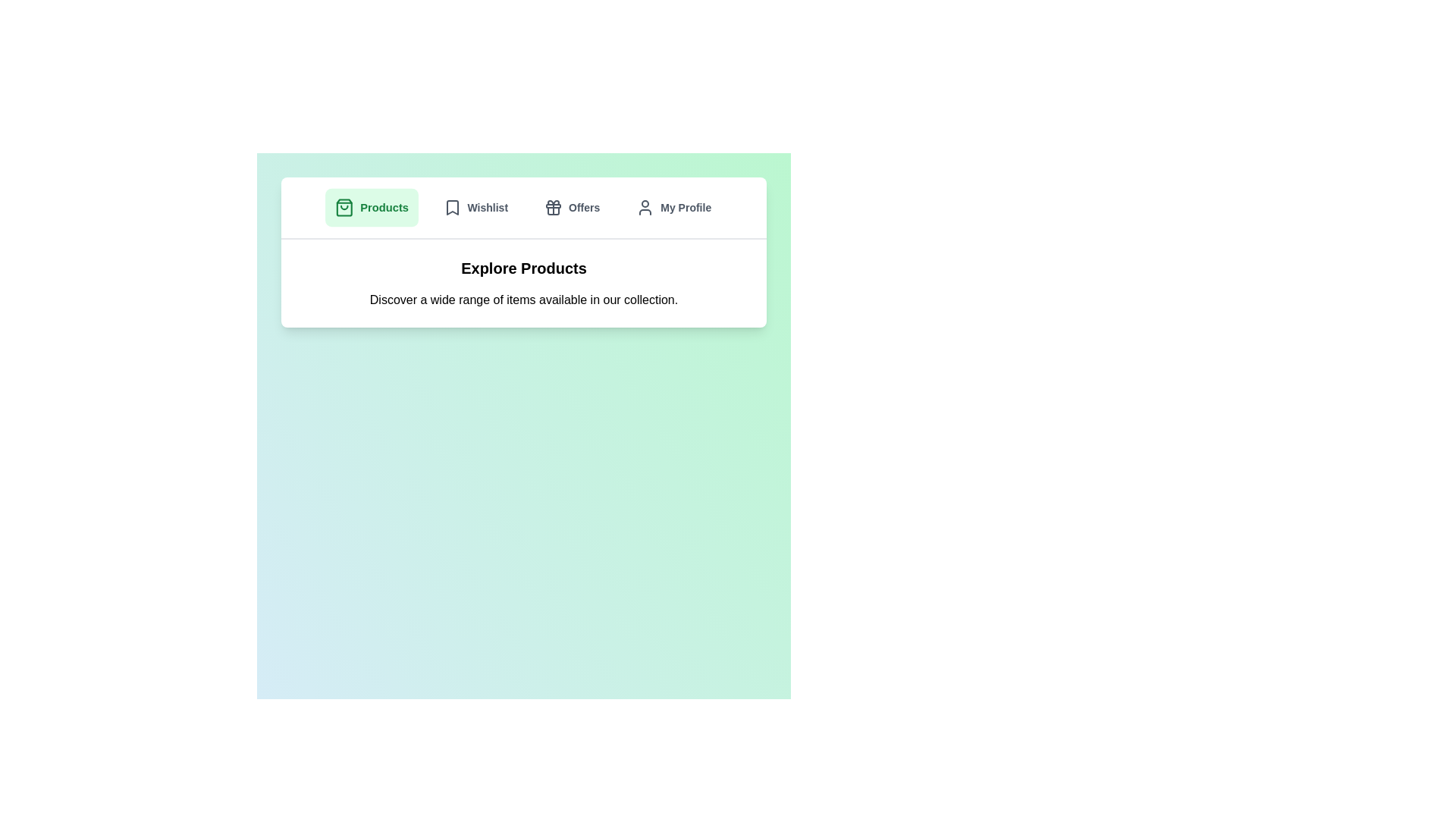  I want to click on the 'Wishlist' button, which is the second item in the navigation bar, so click(475, 207).